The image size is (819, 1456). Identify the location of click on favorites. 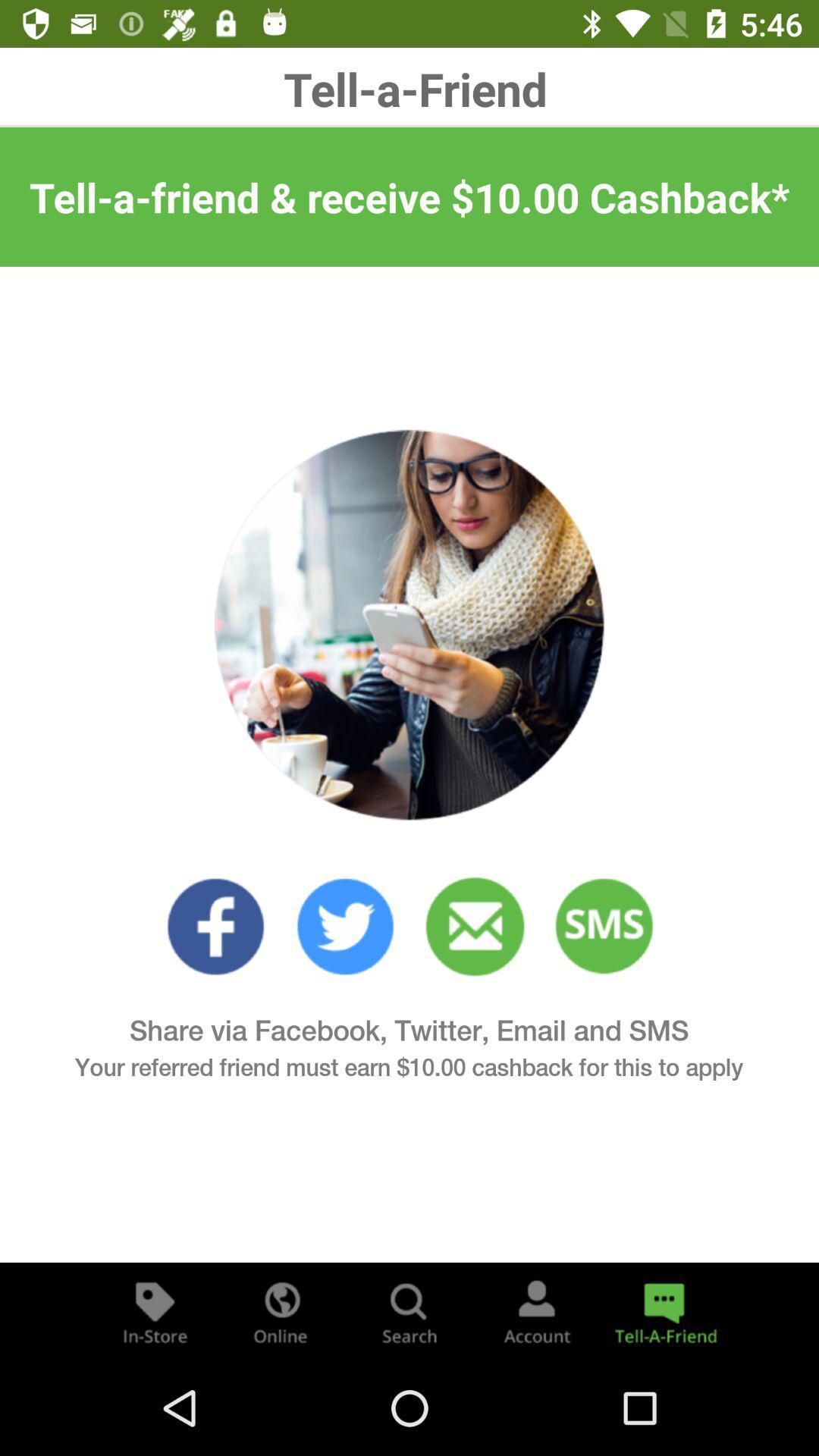
(215, 926).